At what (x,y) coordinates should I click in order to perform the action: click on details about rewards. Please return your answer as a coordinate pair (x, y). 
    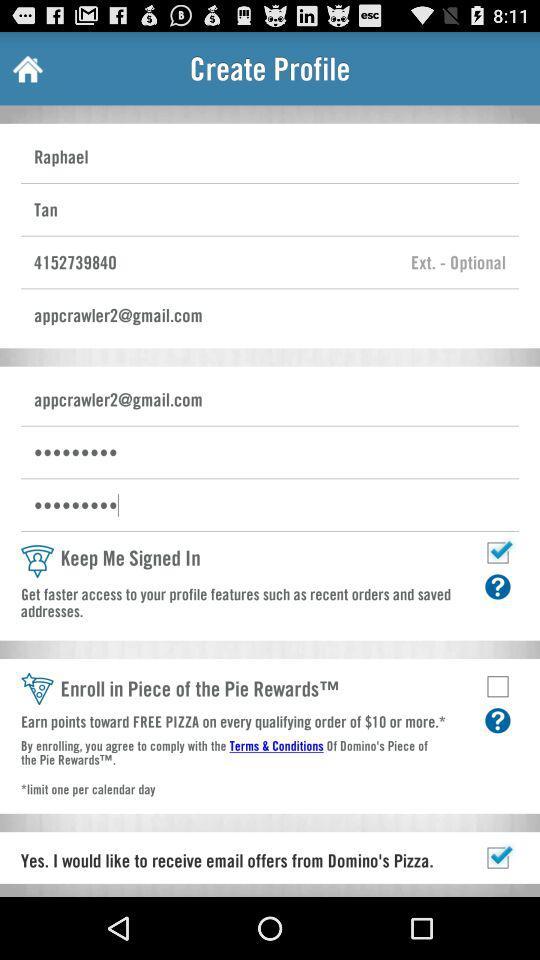
    Looking at the image, I should click on (496, 720).